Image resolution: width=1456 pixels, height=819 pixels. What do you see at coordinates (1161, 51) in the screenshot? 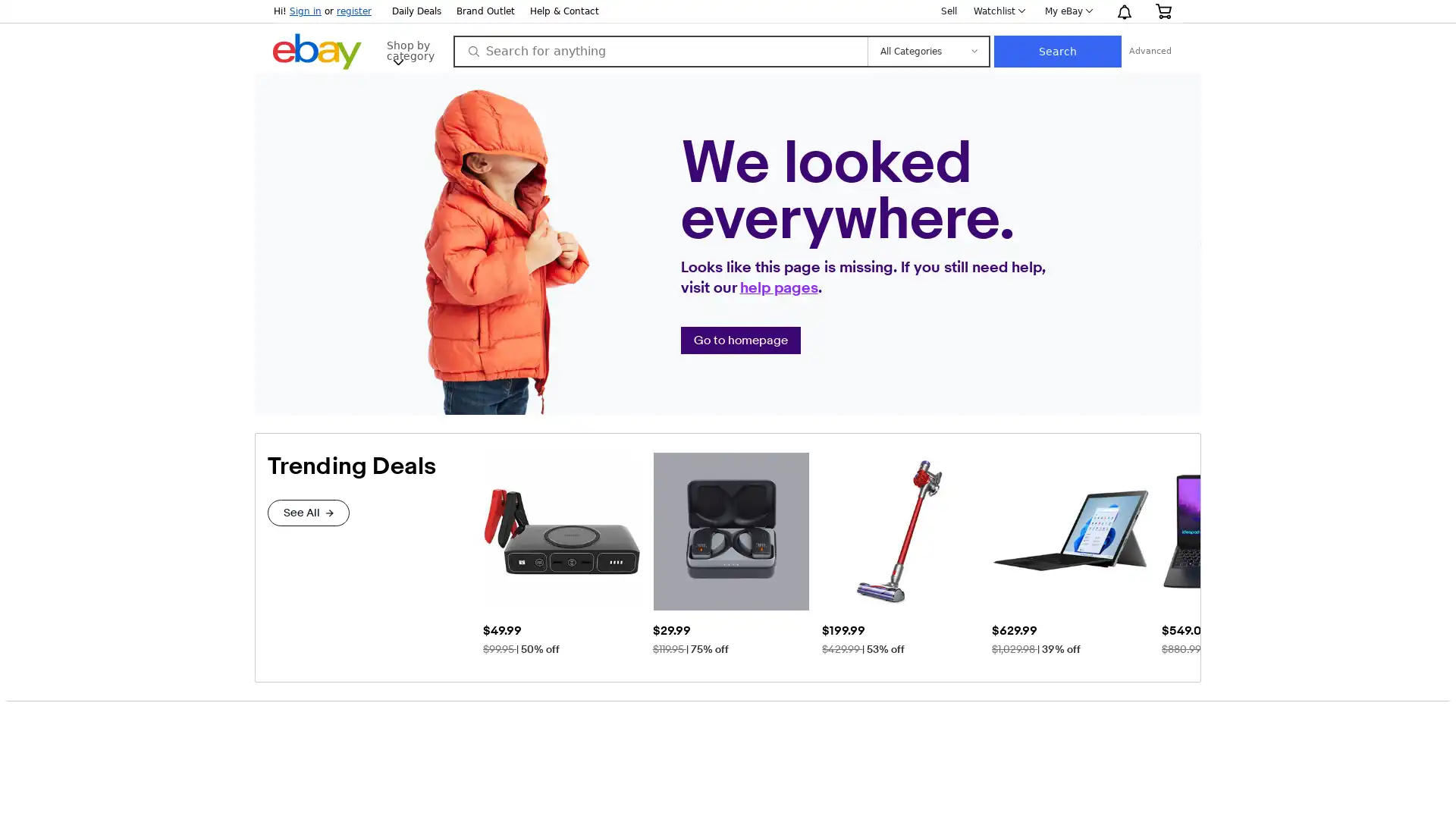
I see `Search` at bounding box center [1161, 51].